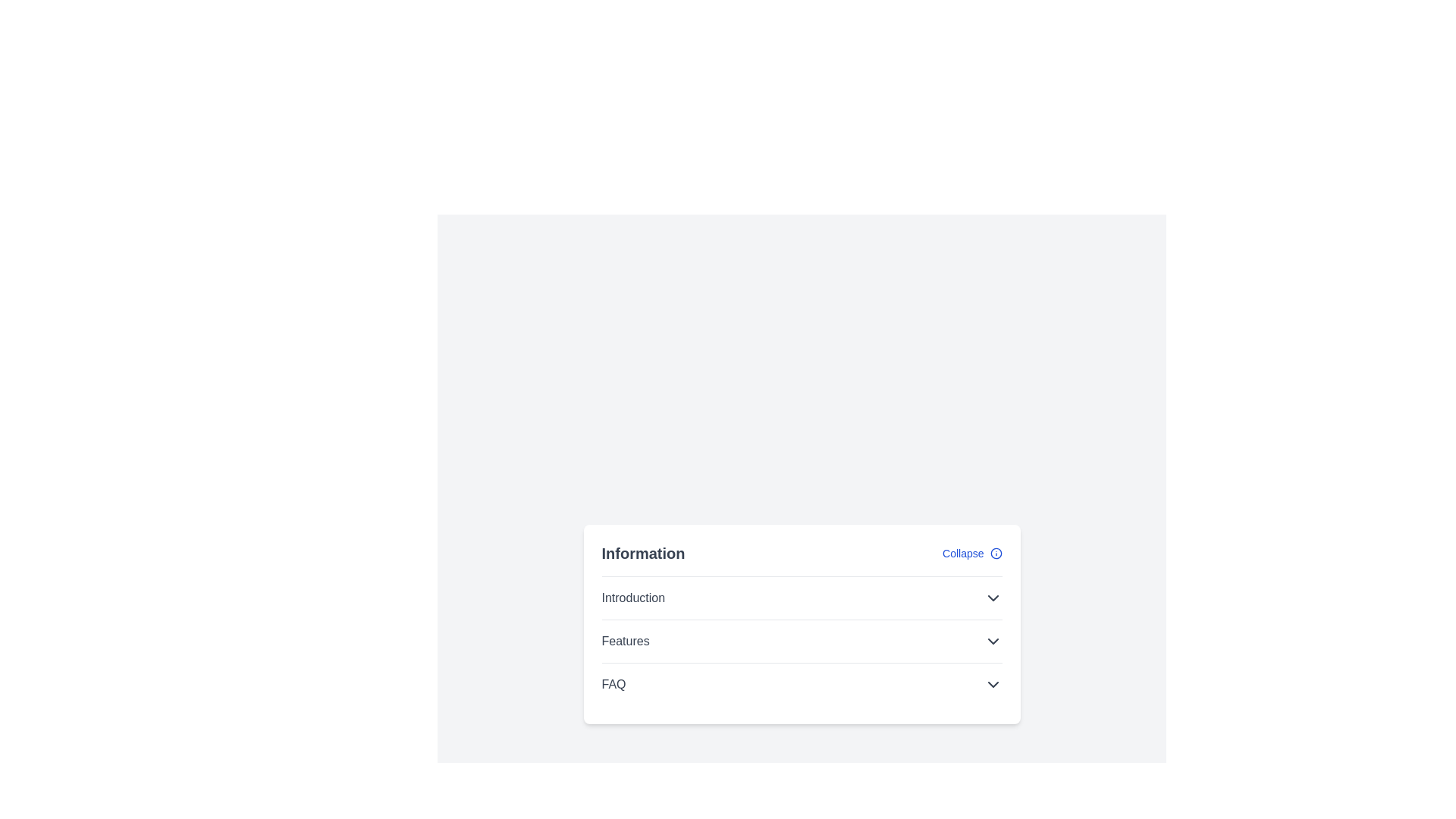  What do you see at coordinates (993, 641) in the screenshot?
I see `the downward-pointing chevron icon at the rightmost end of the 'Features' row` at bounding box center [993, 641].